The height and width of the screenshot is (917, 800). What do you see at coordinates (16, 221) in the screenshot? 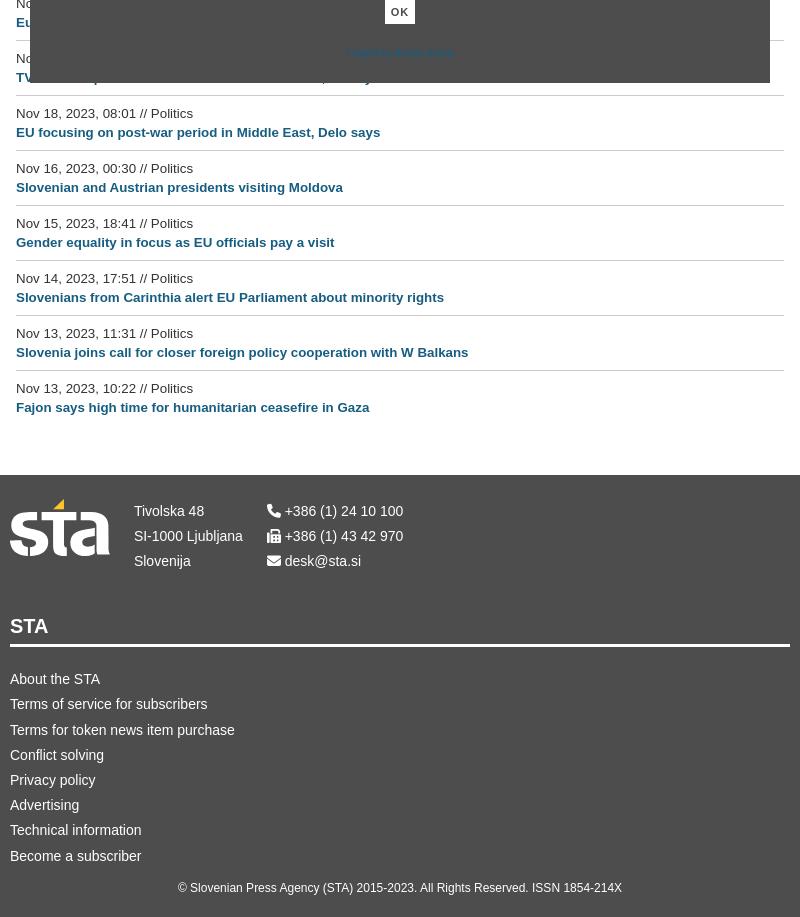
I see `'Nov 15, 2023, 18:41'` at bounding box center [16, 221].